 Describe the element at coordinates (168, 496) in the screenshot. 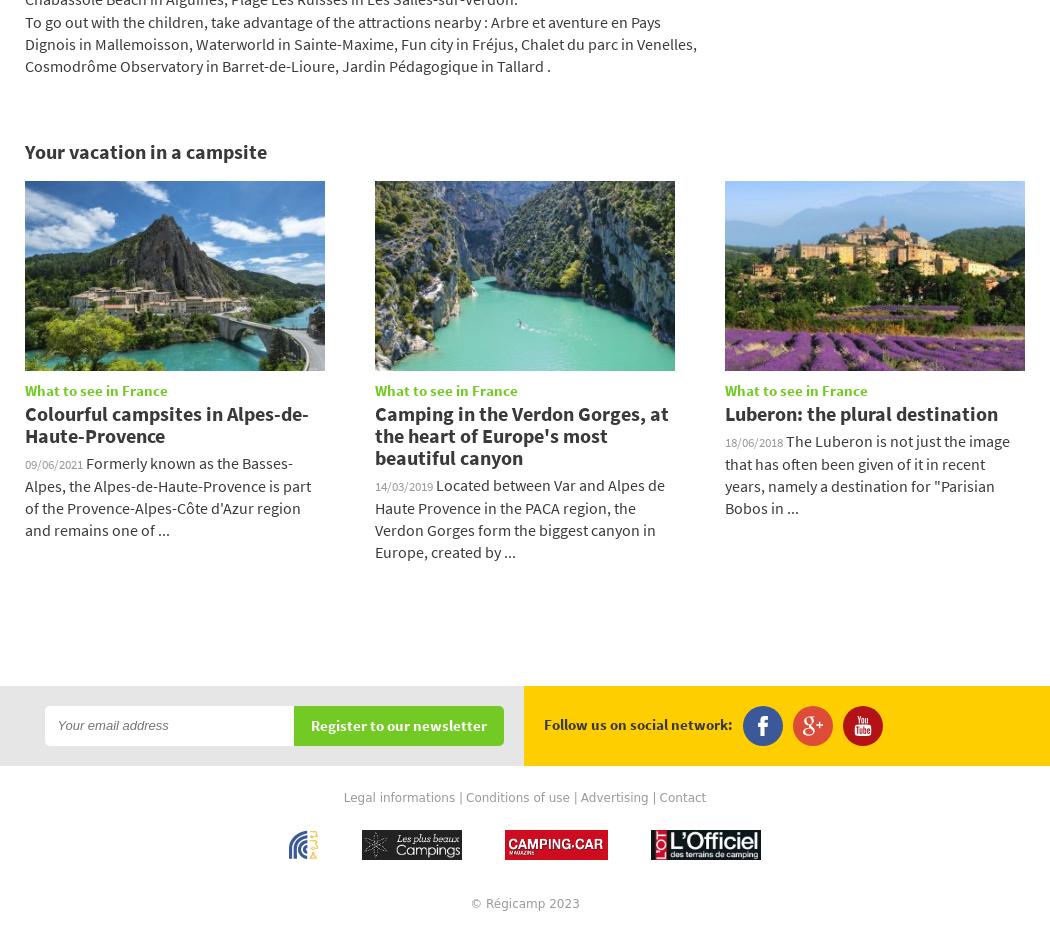

I see `'Formerly known as the Basses-Alpes, the Alpes-de-Haute-Provence is part of the Provence-Alpes-Côte d'Azur region and remains one of ...'` at that location.